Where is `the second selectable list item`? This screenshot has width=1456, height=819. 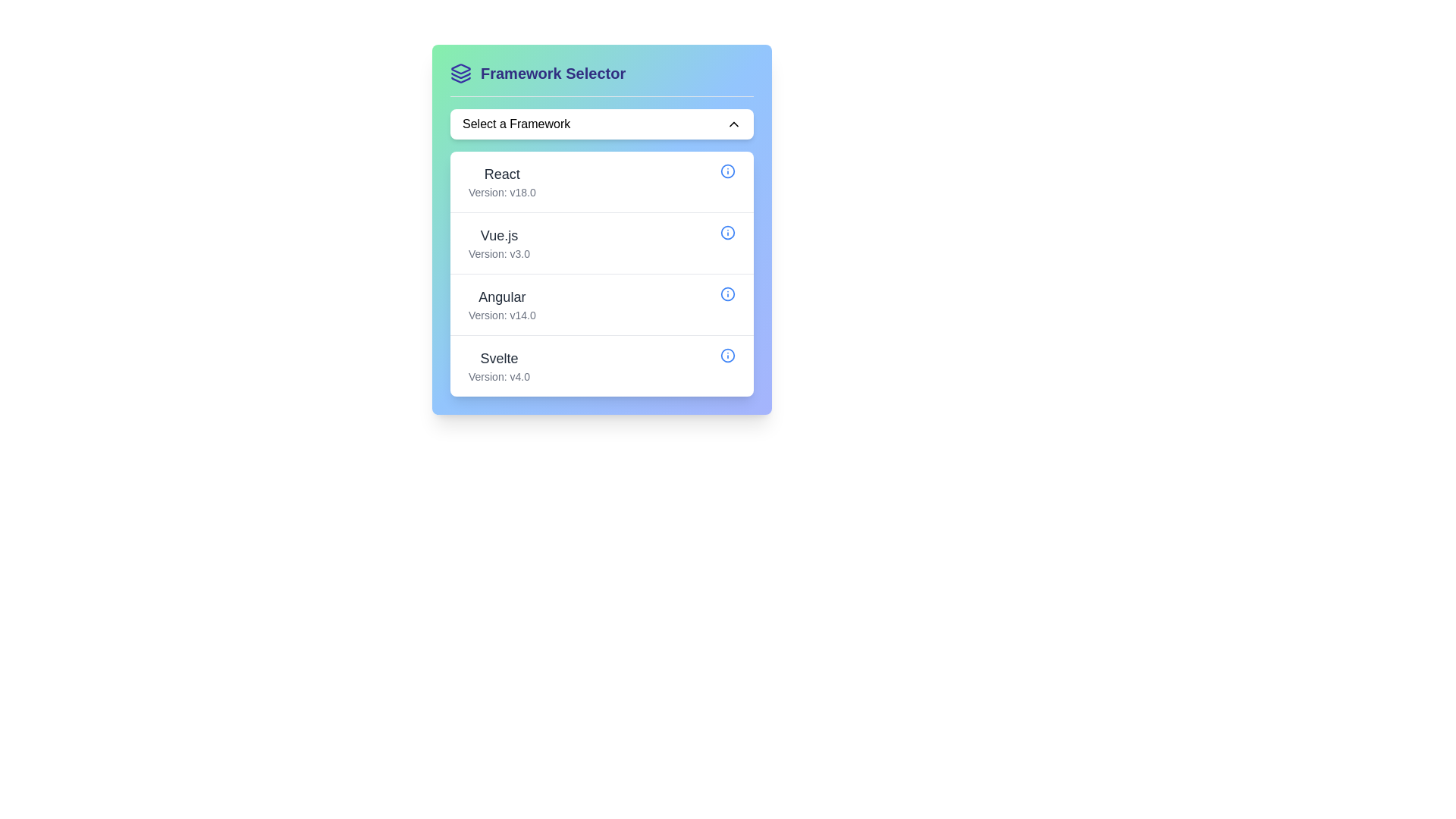 the second selectable list item is located at coordinates (499, 242).